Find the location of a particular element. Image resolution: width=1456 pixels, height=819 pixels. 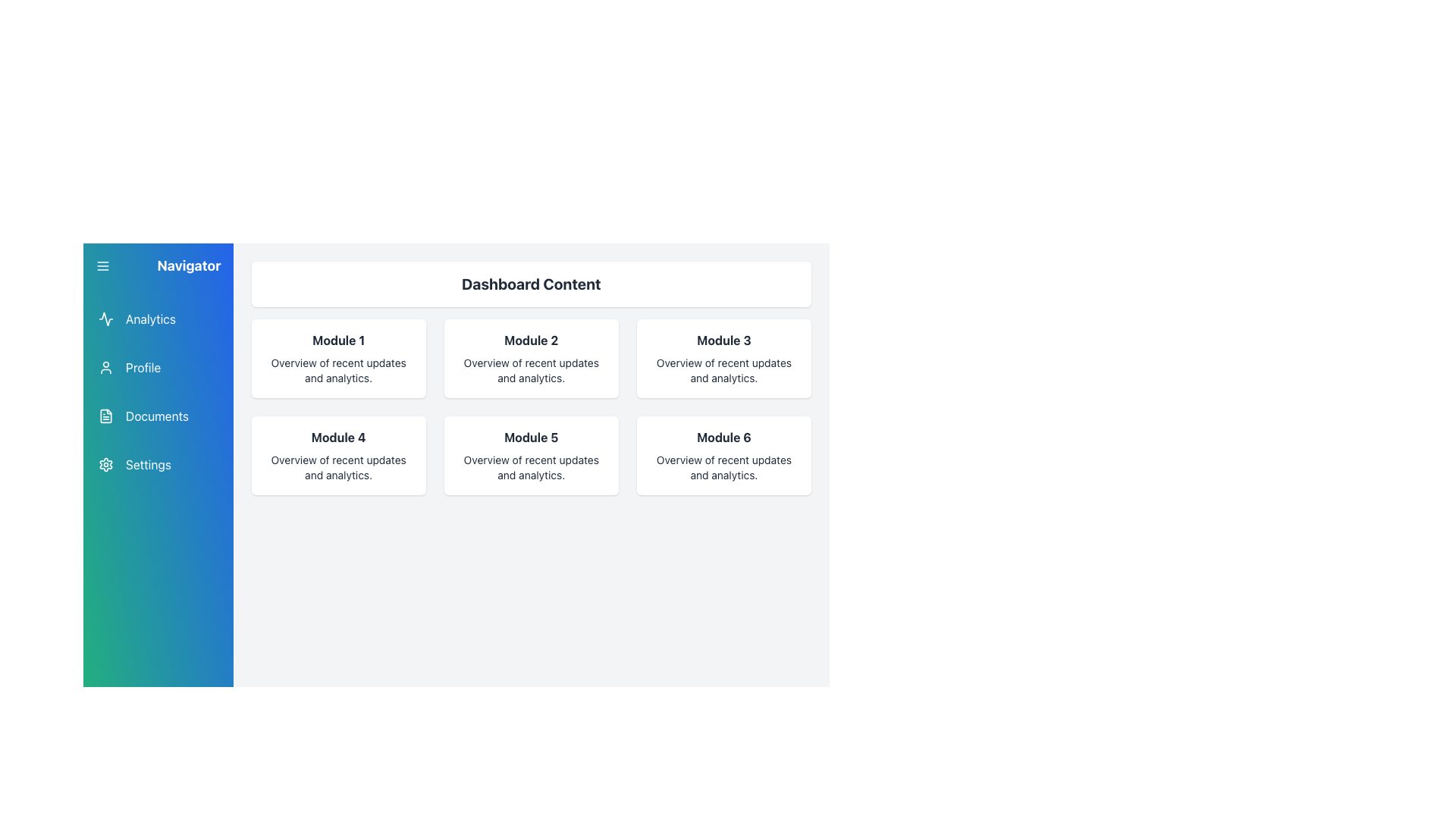

the gear icon located in the left sidebar under the 'Settings' menu option for interaction is located at coordinates (105, 464).